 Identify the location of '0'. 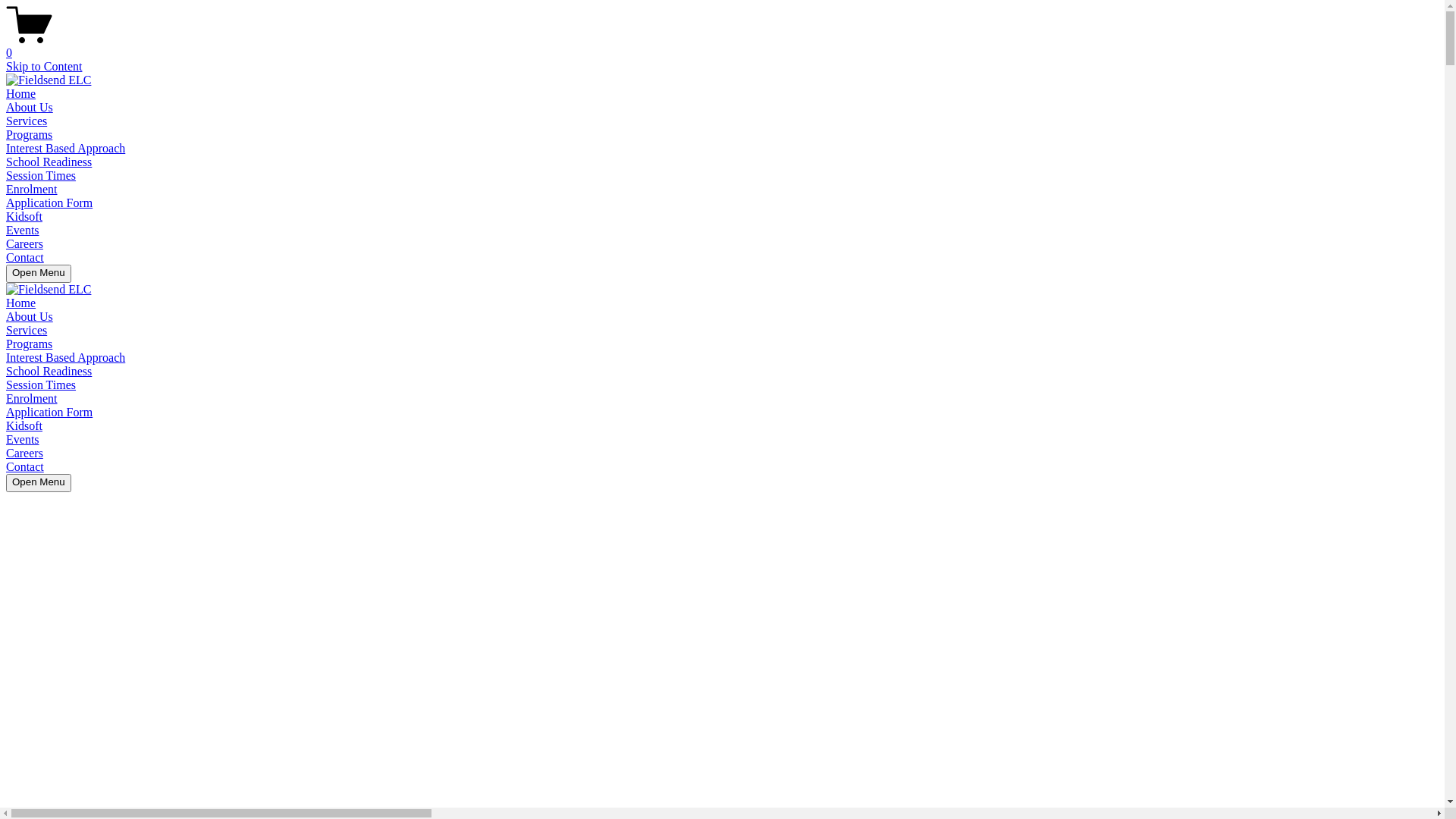
(6, 45).